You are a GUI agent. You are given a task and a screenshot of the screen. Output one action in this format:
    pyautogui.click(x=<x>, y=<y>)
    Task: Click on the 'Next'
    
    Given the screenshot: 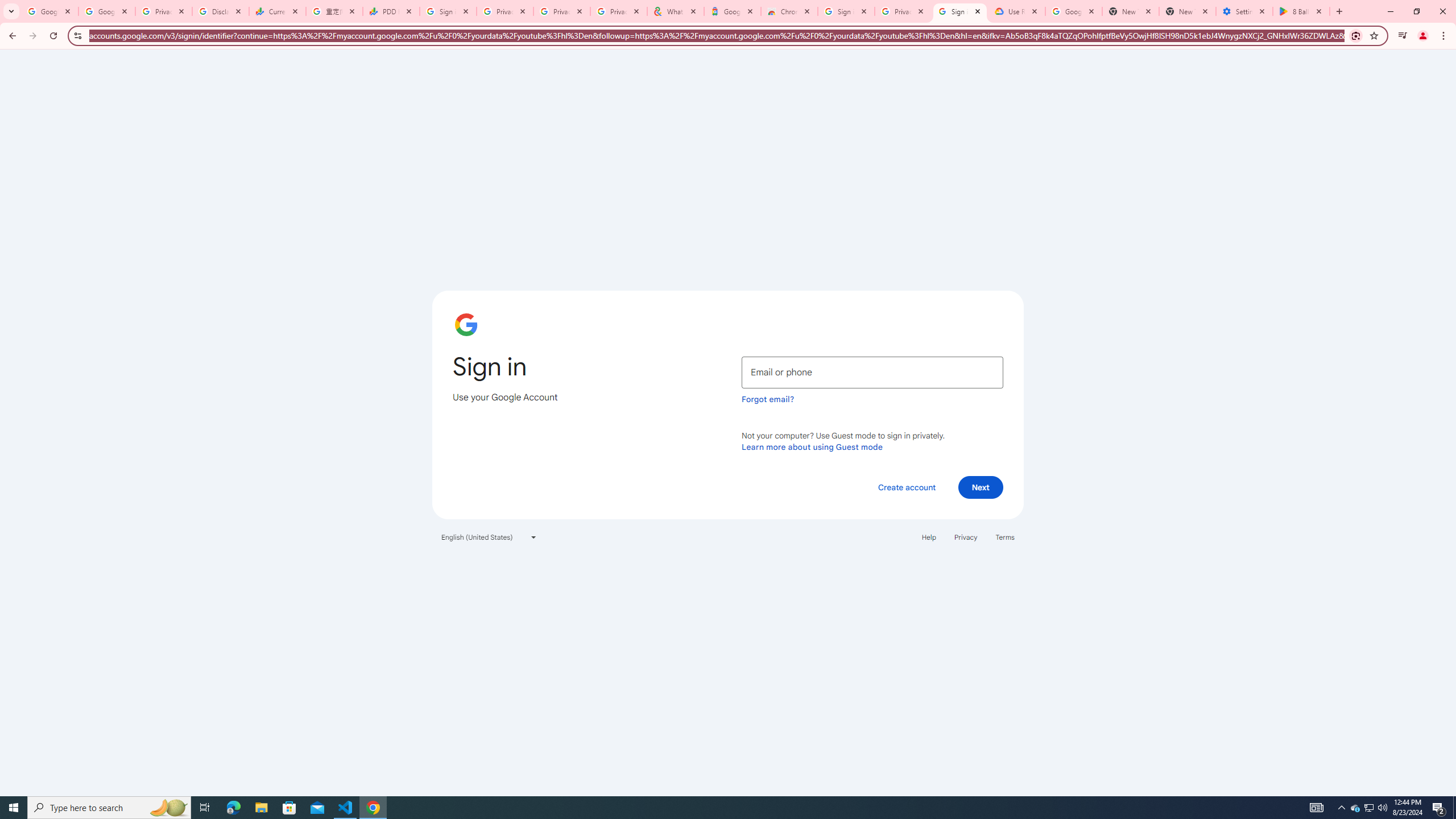 What is the action you would take?
    pyautogui.click(x=981, y=486)
    